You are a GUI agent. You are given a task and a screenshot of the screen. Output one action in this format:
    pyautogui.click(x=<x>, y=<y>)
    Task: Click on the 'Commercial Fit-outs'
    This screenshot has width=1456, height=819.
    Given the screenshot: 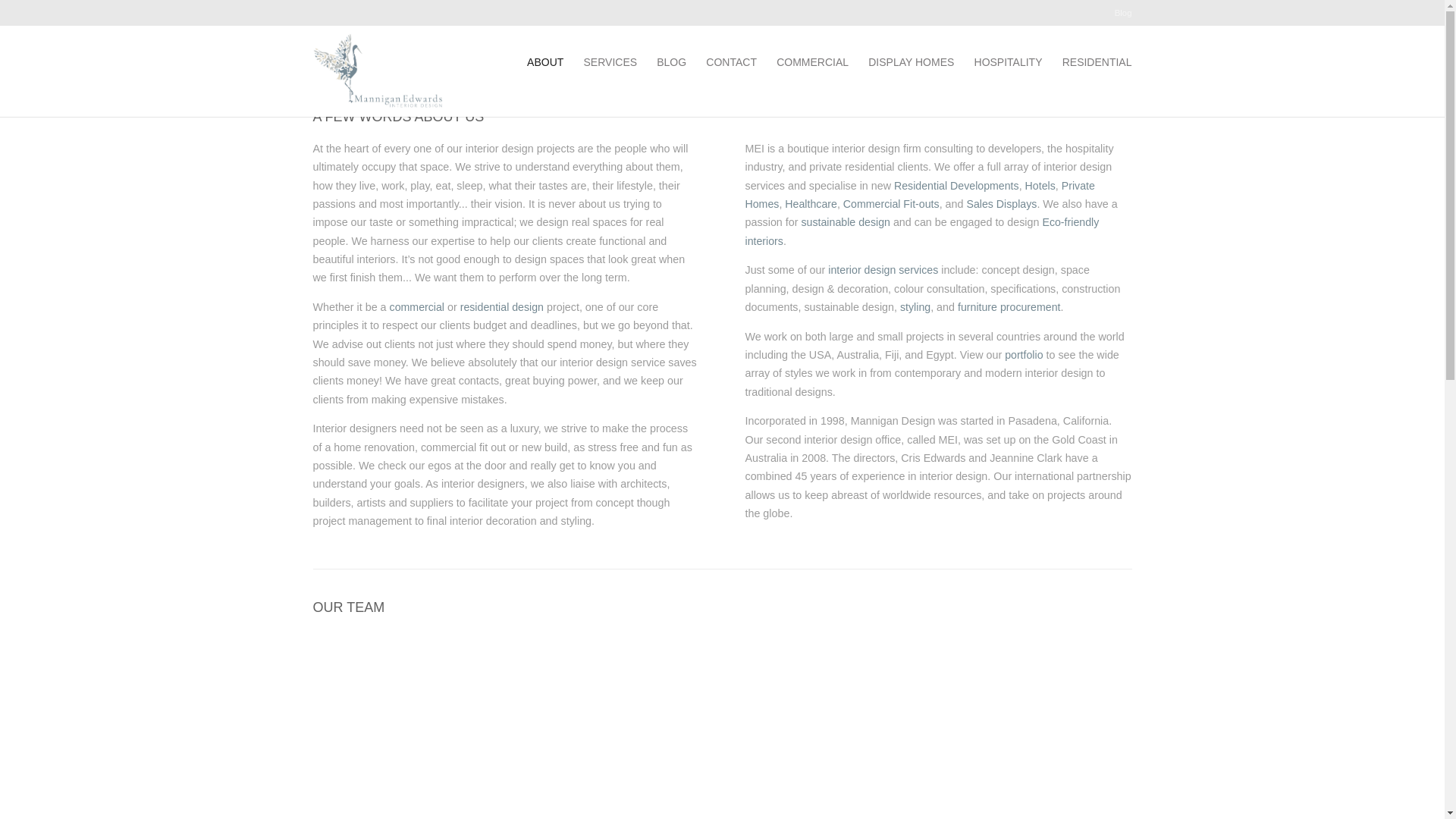 What is the action you would take?
    pyautogui.click(x=891, y=203)
    